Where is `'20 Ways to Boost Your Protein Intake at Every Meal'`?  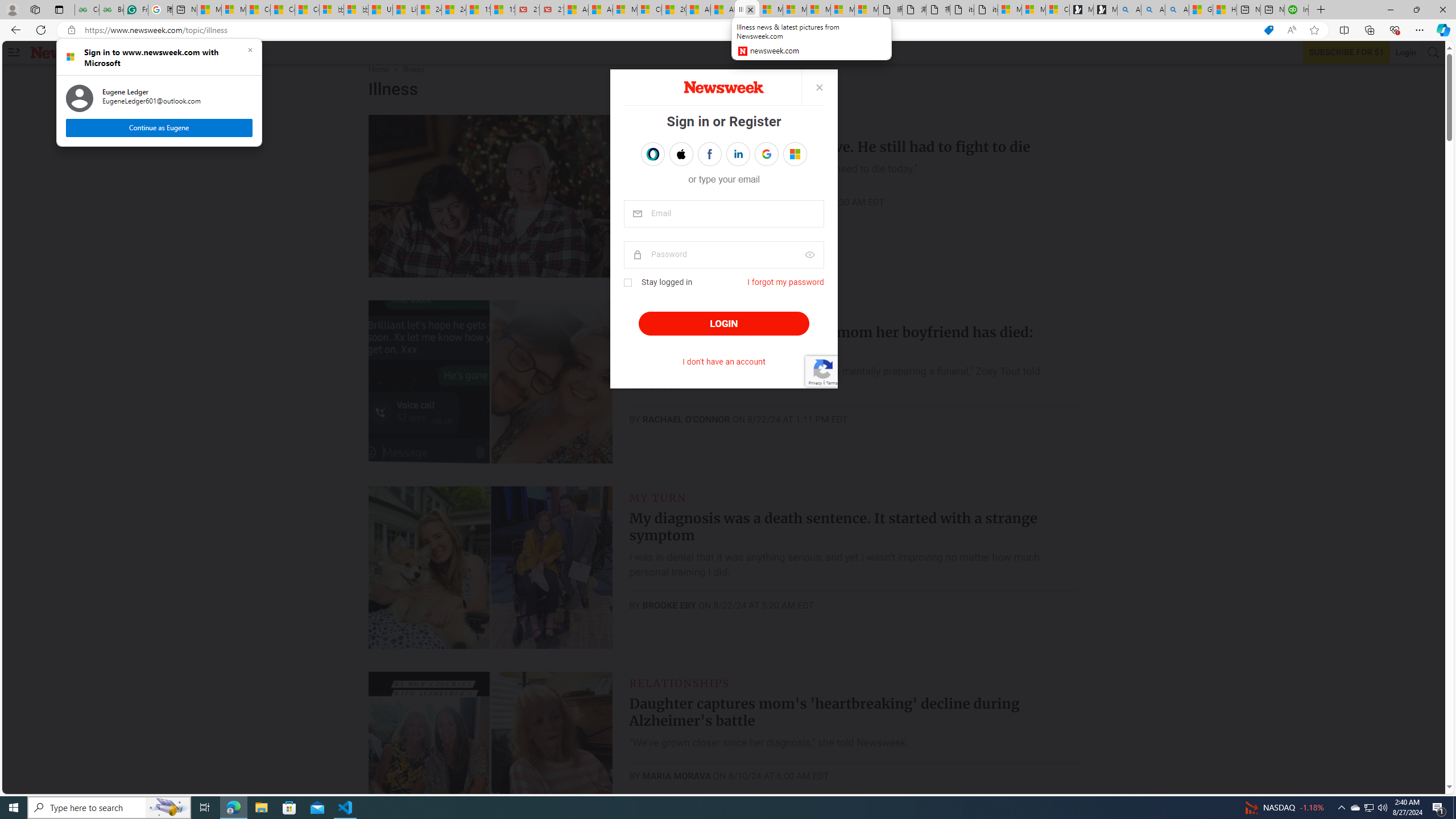 '20 Ways to Boost Your Protein Intake at Every Meal' is located at coordinates (674, 9).